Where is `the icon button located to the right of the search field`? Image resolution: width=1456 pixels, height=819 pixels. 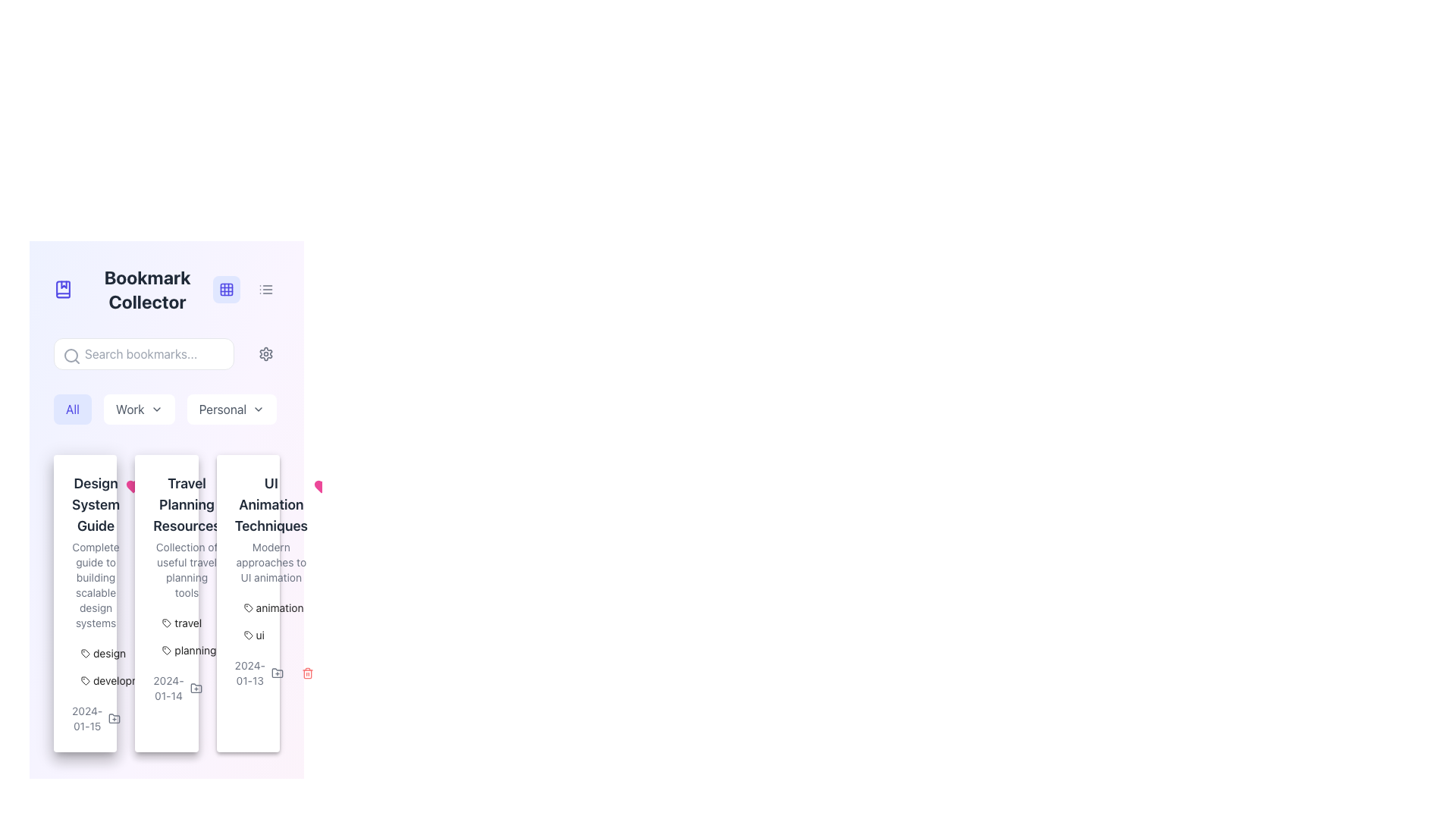
the icon button located to the right of the search field is located at coordinates (265, 353).